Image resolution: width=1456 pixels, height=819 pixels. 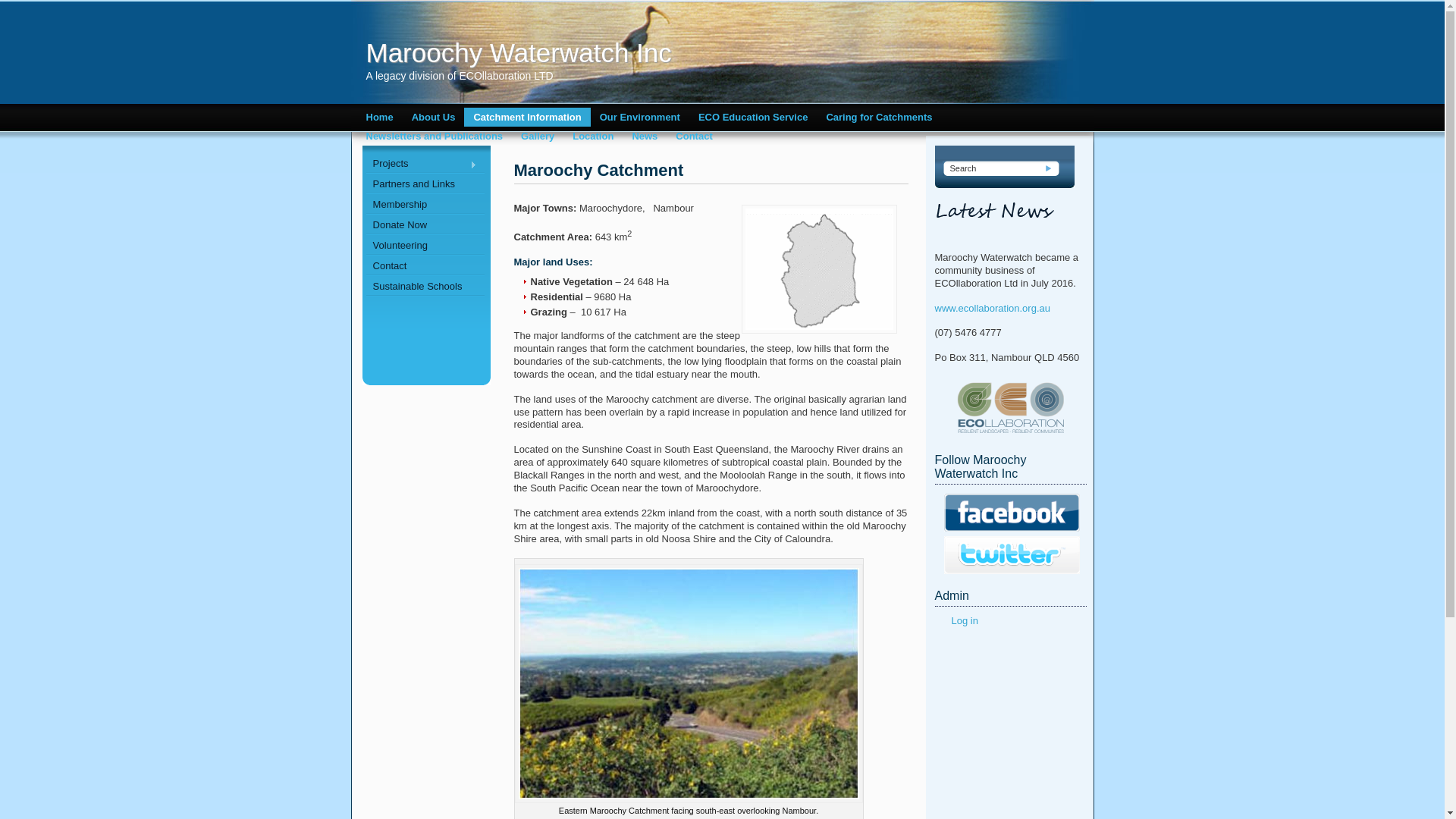 I want to click on 'Membership', so click(x=425, y=203).